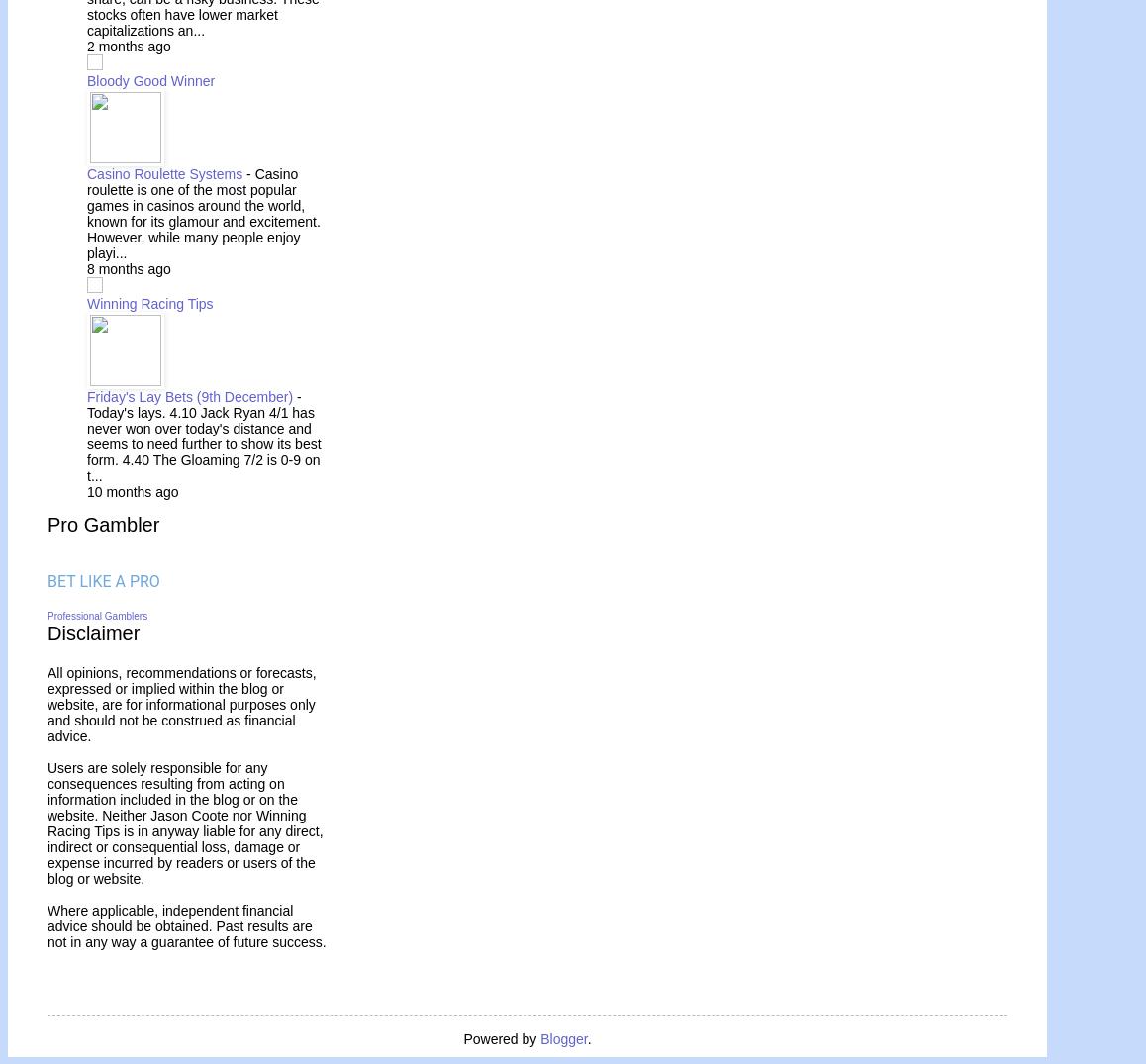 The height and width of the screenshot is (1064, 1146). What do you see at coordinates (128, 268) in the screenshot?
I see `'8 months ago'` at bounding box center [128, 268].